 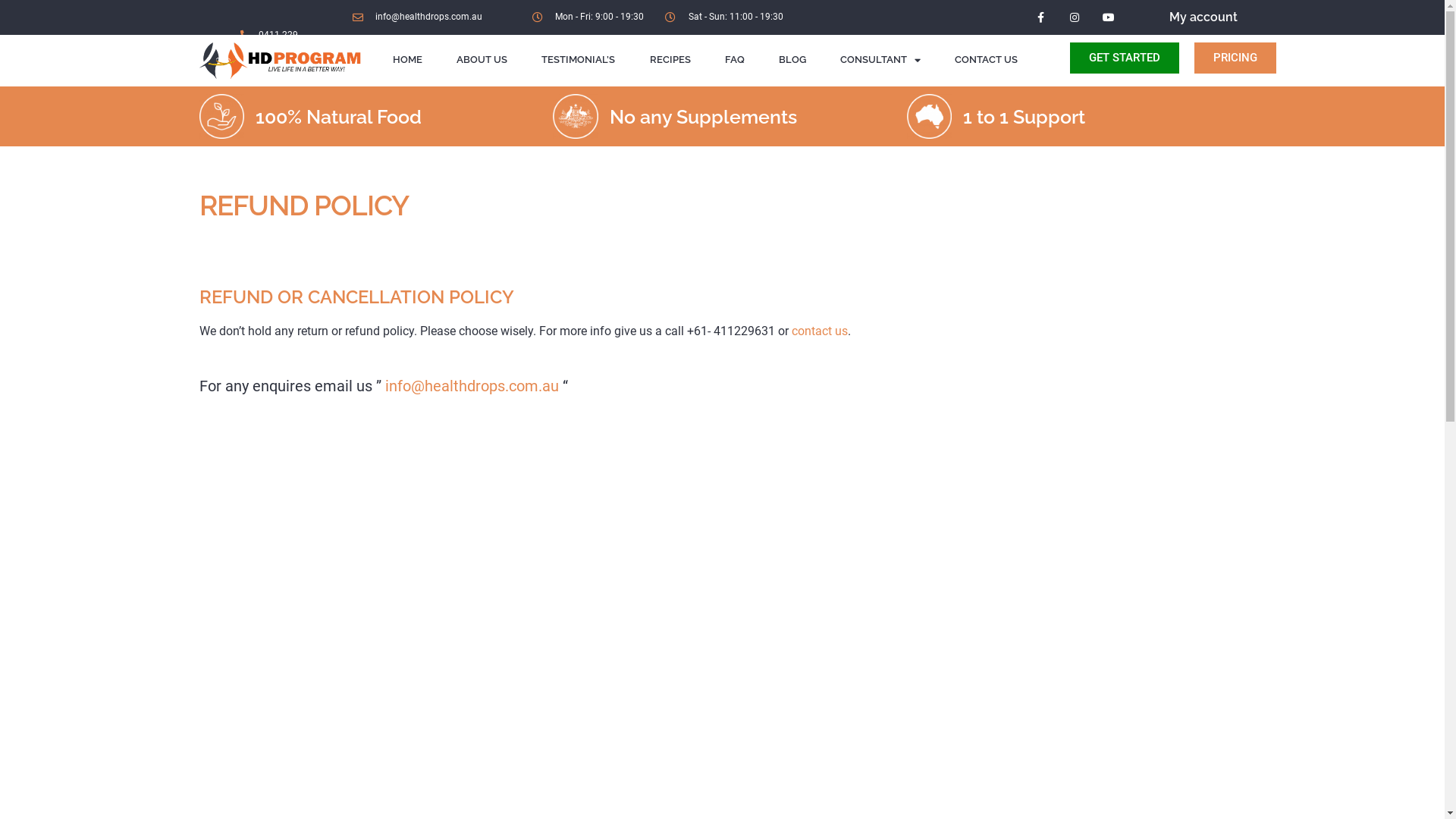 I want to click on 'GET STARTED', so click(x=1069, y=57).